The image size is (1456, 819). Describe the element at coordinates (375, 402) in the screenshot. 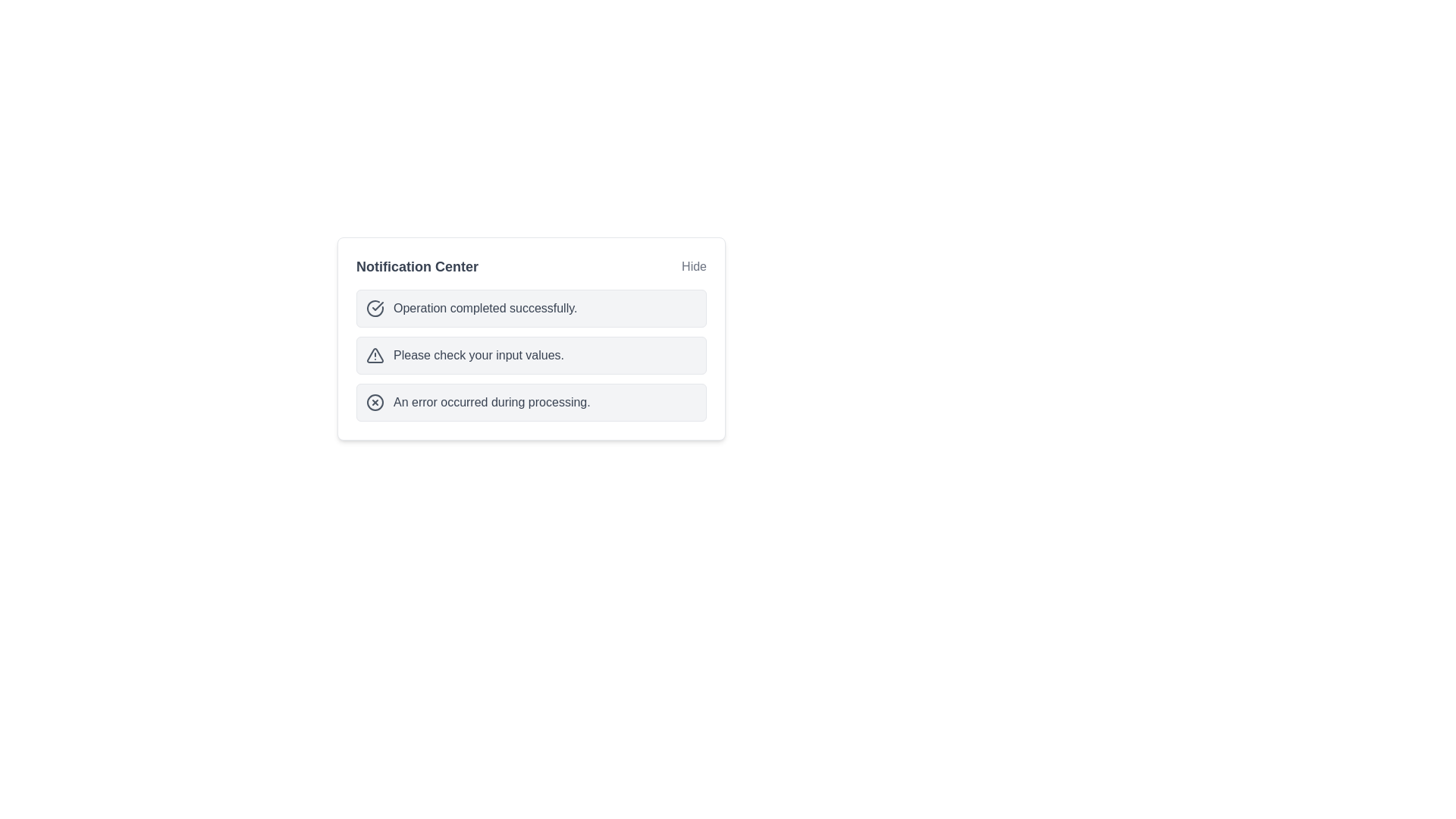

I see `the circular SVG shape that forms the outer boundary of the 'Notification Center' icon` at that location.